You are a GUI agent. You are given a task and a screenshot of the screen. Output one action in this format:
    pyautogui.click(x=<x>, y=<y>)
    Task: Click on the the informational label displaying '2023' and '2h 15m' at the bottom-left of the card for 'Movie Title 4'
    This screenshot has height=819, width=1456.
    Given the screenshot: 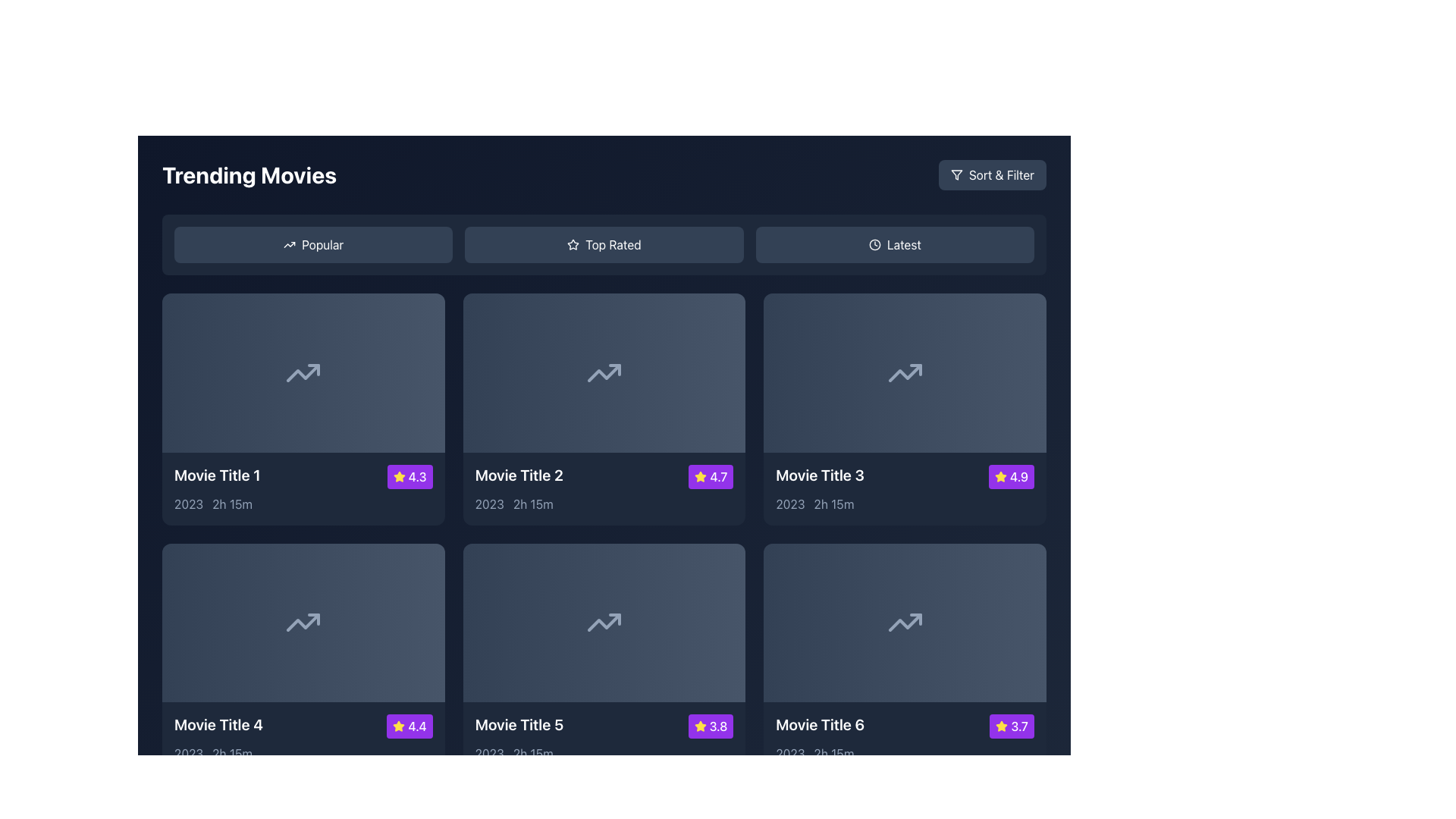 What is the action you would take?
    pyautogui.click(x=303, y=754)
    